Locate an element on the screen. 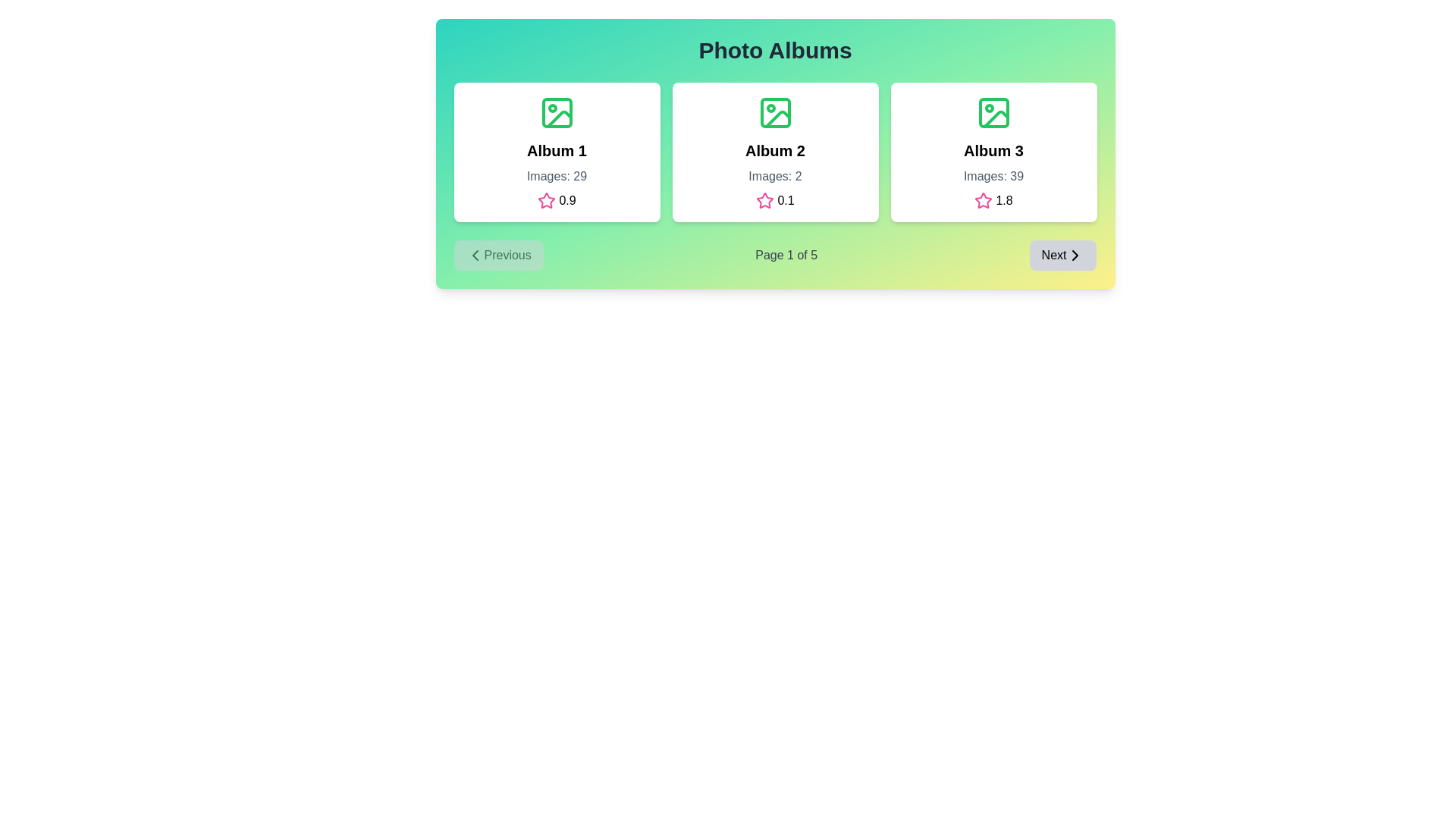  the heading text element labeled 'Photo Albums', which is prominently displayed at the top center of the interface in a large bold font is located at coordinates (775, 49).